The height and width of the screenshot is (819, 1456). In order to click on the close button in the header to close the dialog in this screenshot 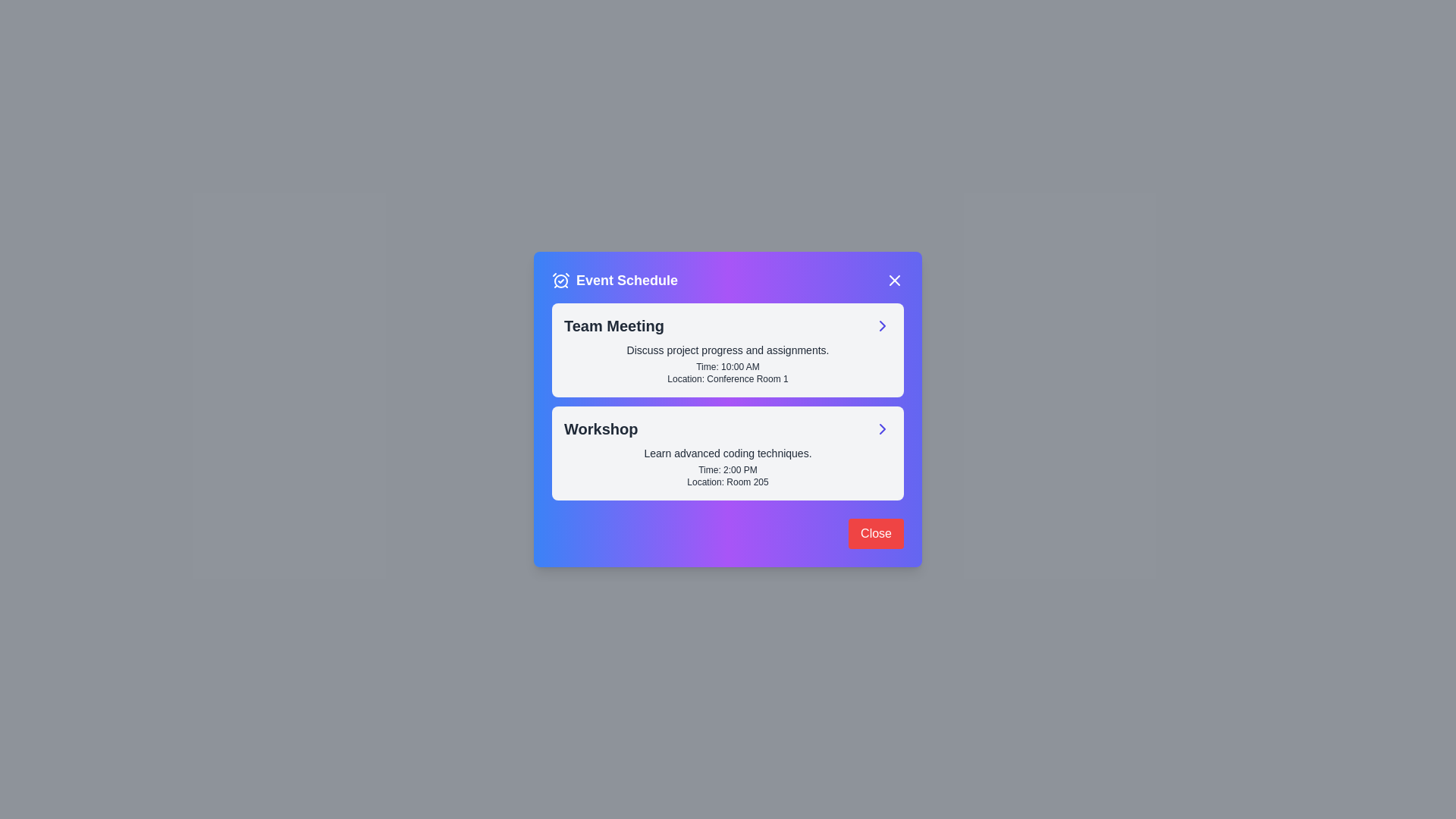, I will do `click(895, 281)`.